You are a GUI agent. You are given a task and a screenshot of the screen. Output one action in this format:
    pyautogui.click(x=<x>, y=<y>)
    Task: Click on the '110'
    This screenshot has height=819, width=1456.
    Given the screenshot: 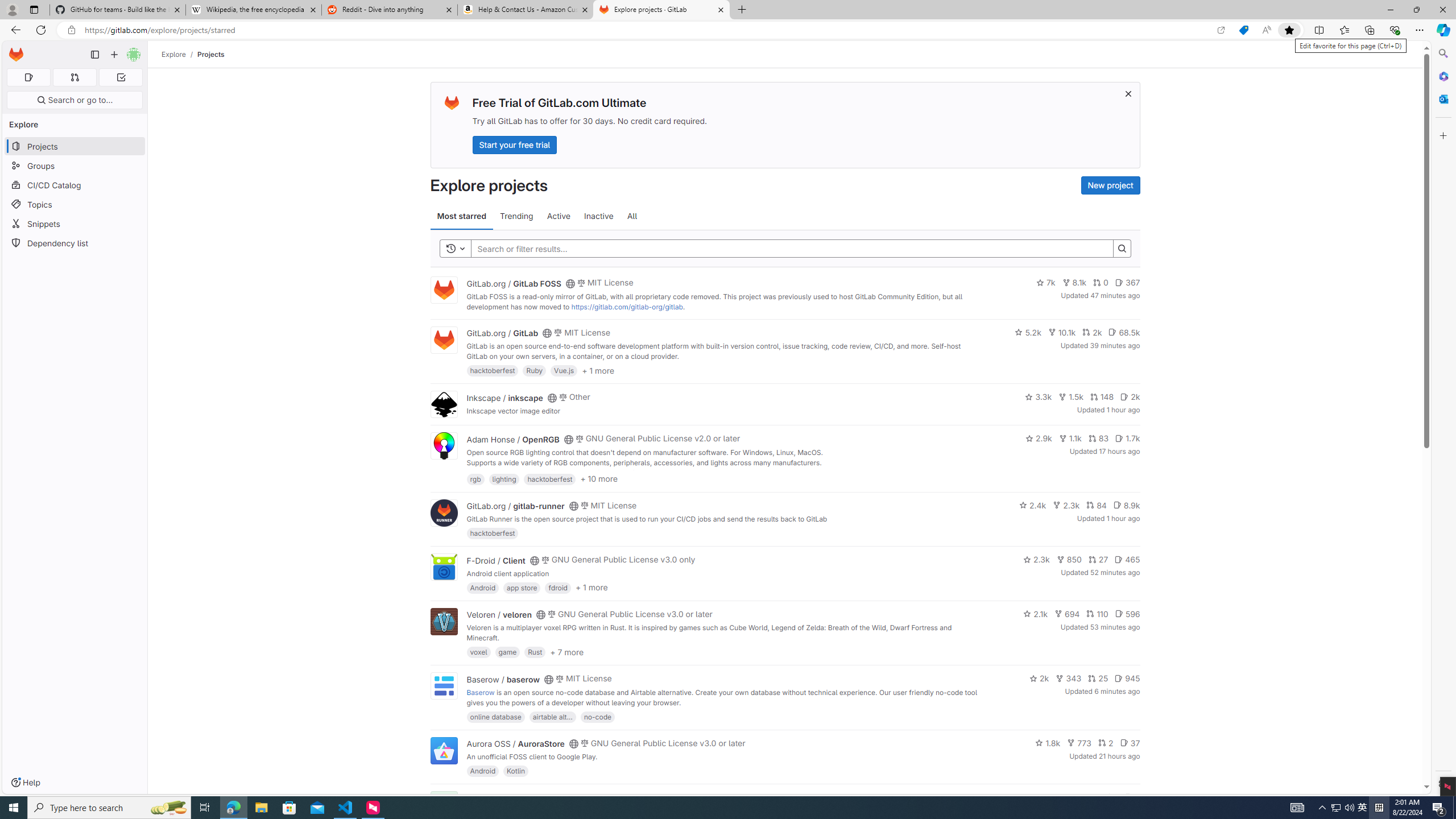 What is the action you would take?
    pyautogui.click(x=1097, y=614)
    